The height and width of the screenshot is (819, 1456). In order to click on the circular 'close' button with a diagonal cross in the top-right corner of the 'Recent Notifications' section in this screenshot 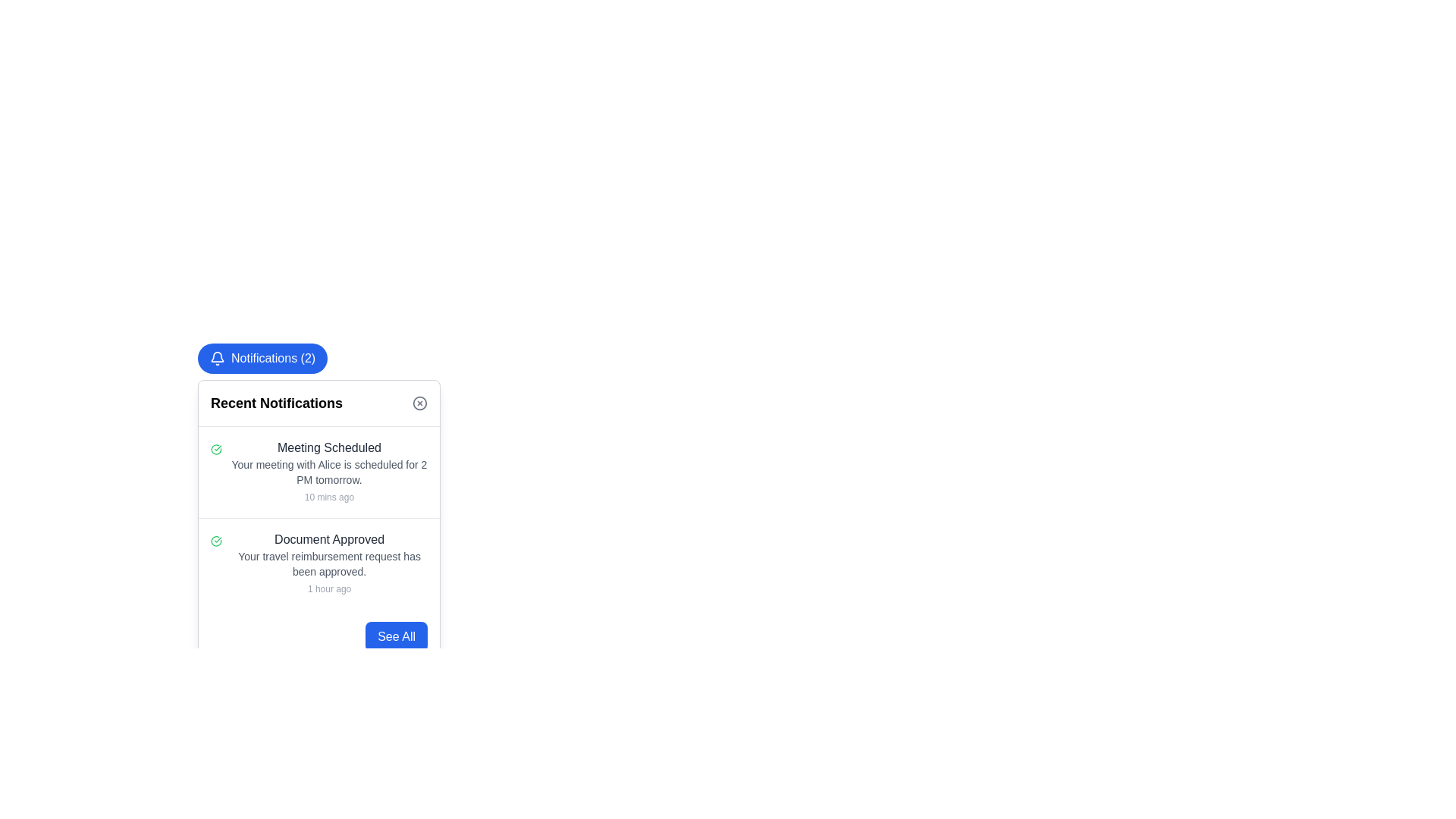, I will do `click(419, 403)`.